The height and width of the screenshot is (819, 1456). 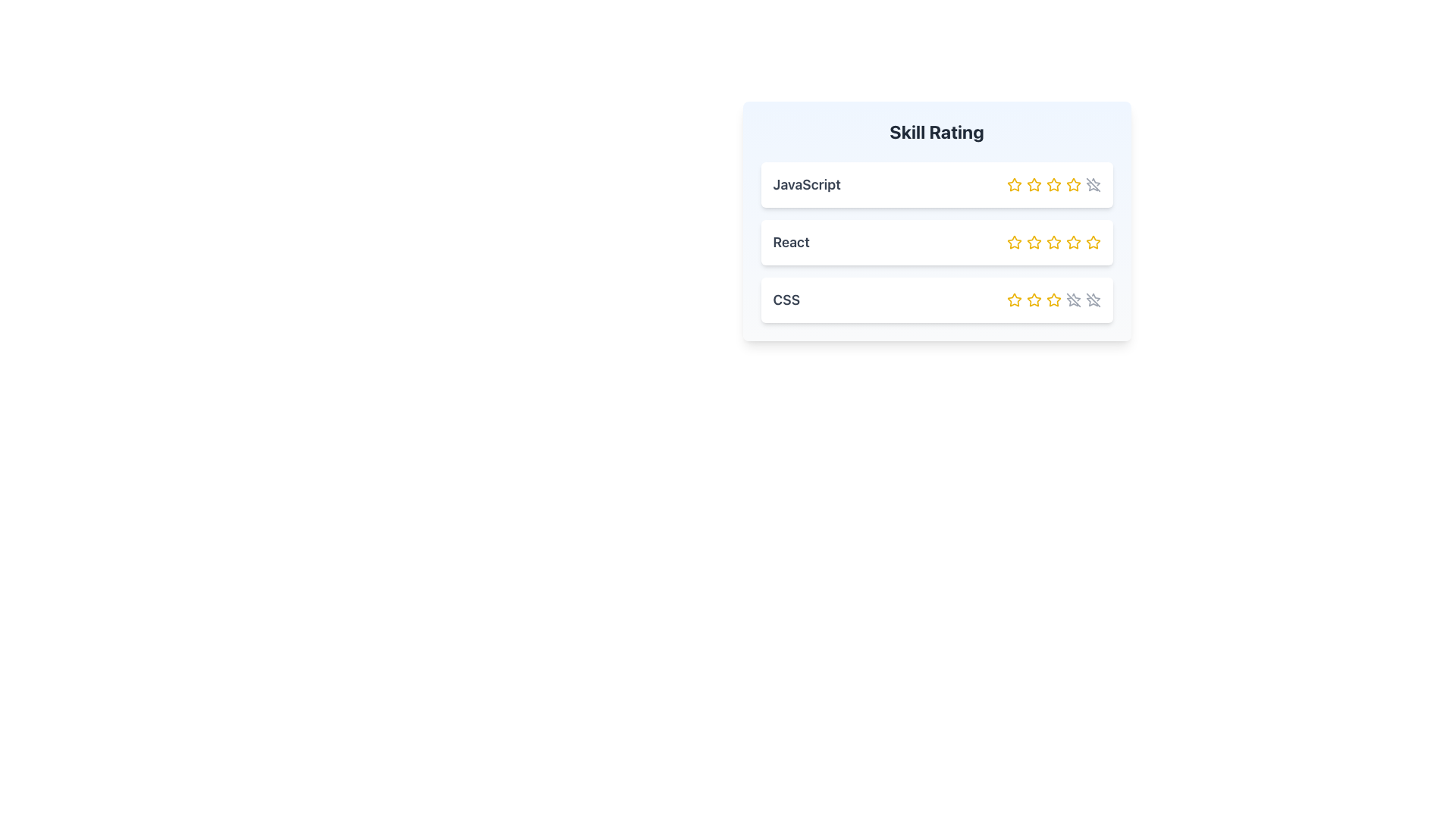 I want to click on the third star icon used for rating the 'React' skill, so click(x=1053, y=241).